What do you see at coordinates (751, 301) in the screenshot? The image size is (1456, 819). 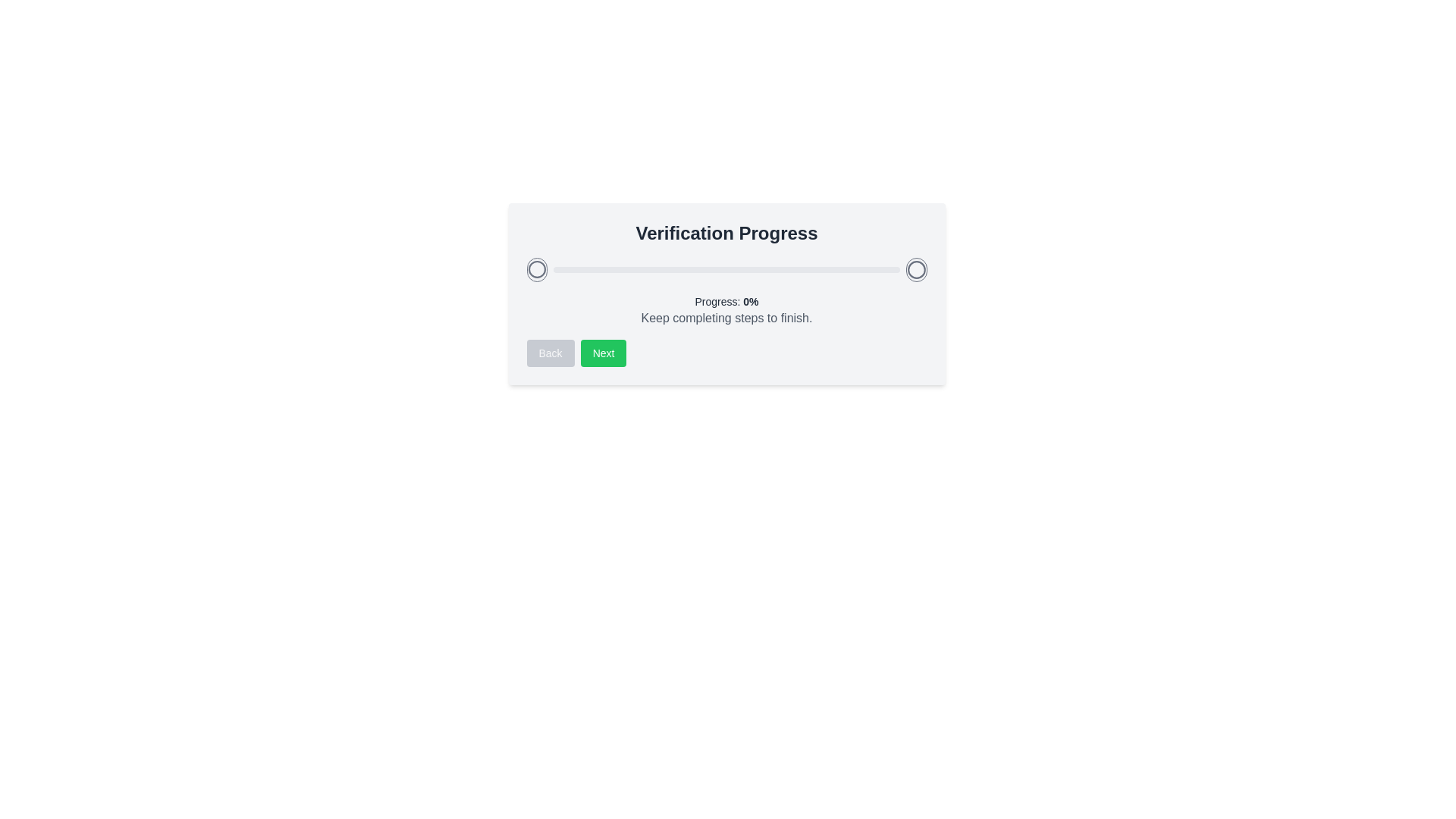 I see `the Static text label that shows the progress percentage, which is currently at 0%, located to the right of the text 'Progress:' in the progress card interface` at bounding box center [751, 301].